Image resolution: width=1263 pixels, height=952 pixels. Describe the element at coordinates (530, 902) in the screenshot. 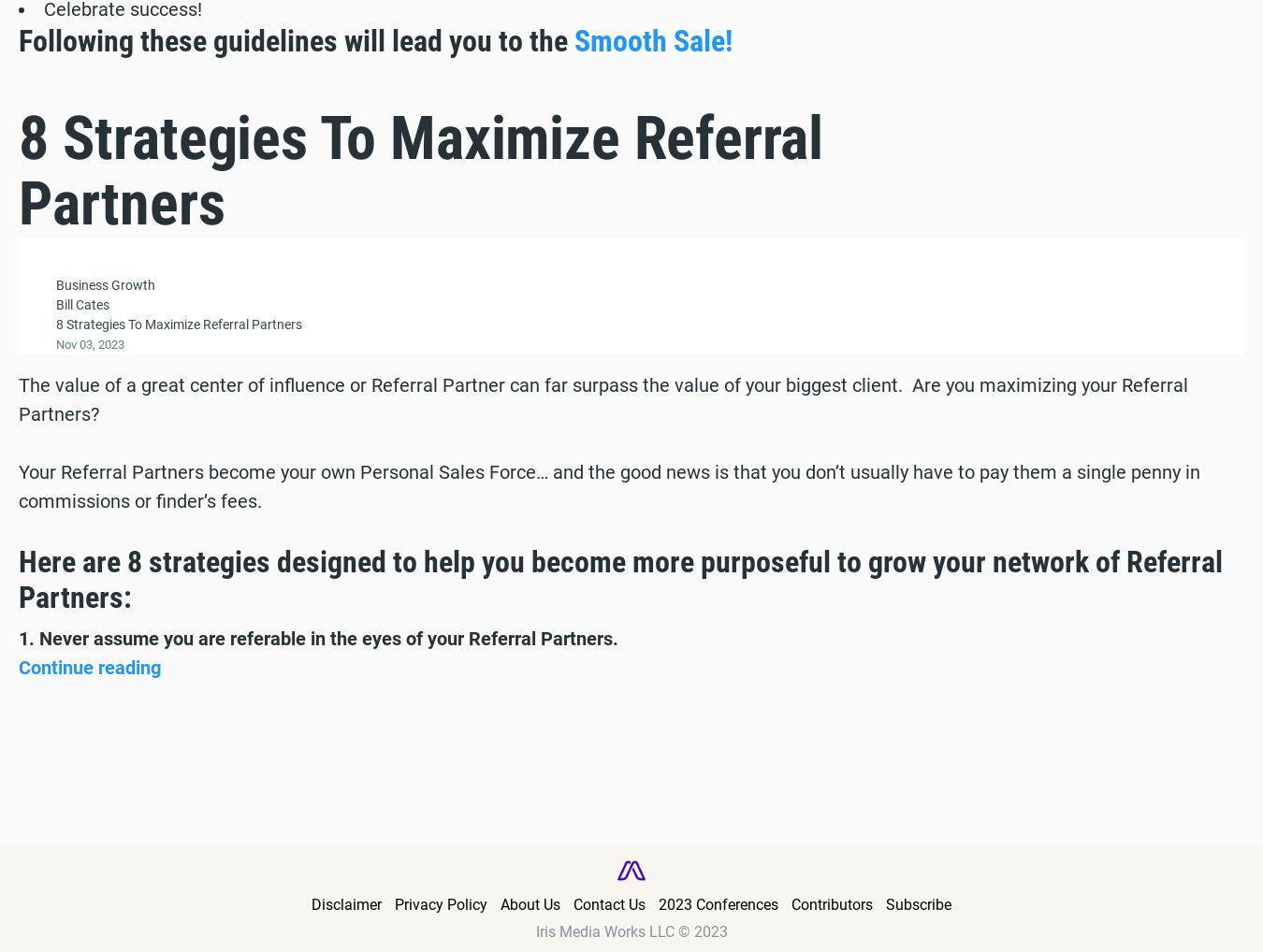

I see `'About Us'` at that location.